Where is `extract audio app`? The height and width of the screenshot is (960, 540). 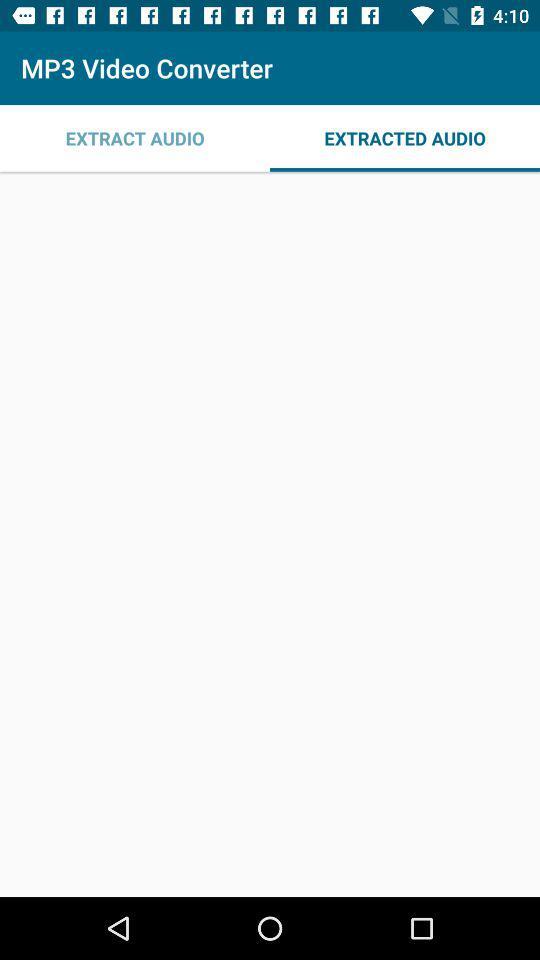 extract audio app is located at coordinates (135, 137).